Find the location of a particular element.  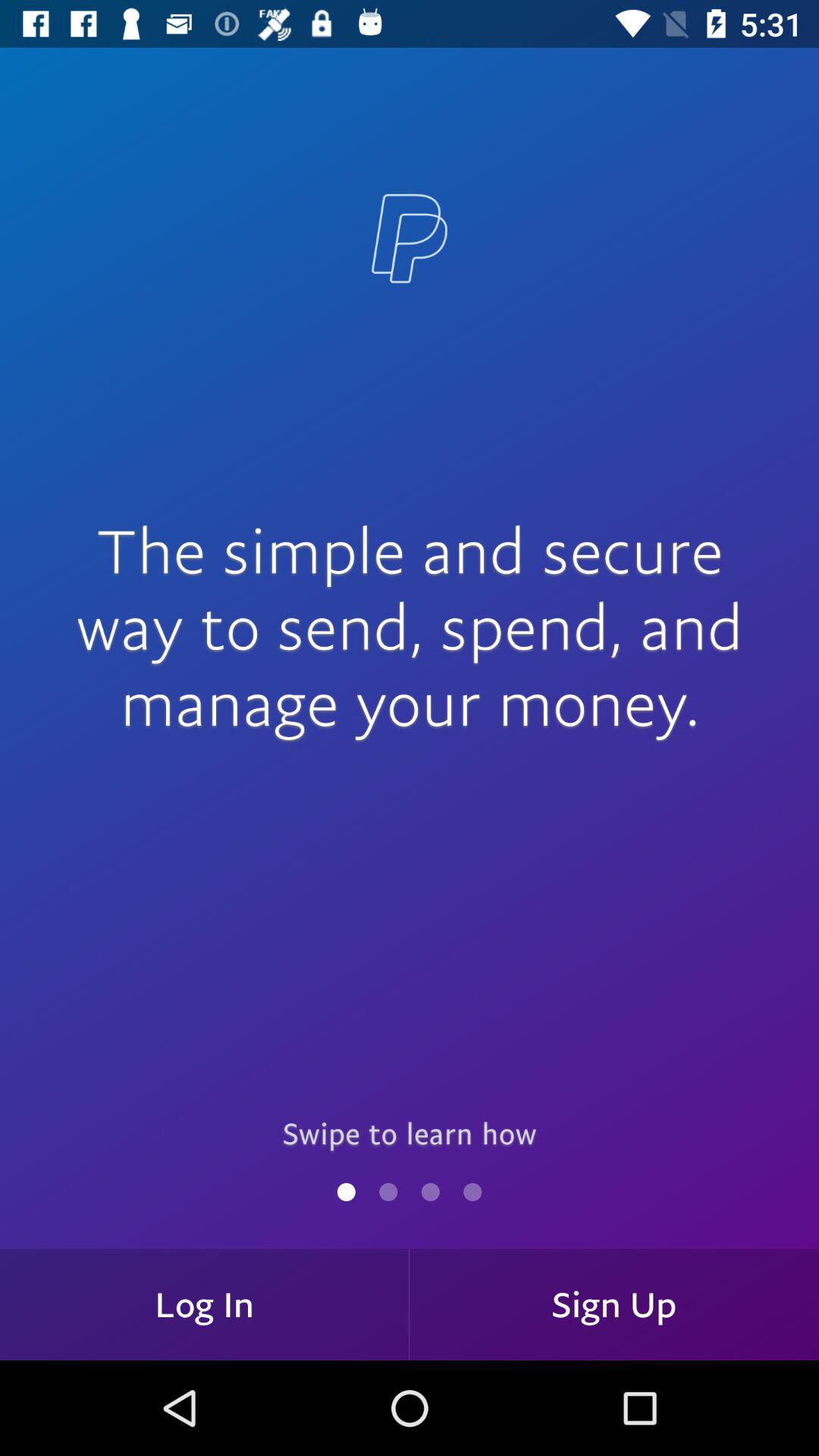

icon to the right of the log in icon is located at coordinates (614, 1304).